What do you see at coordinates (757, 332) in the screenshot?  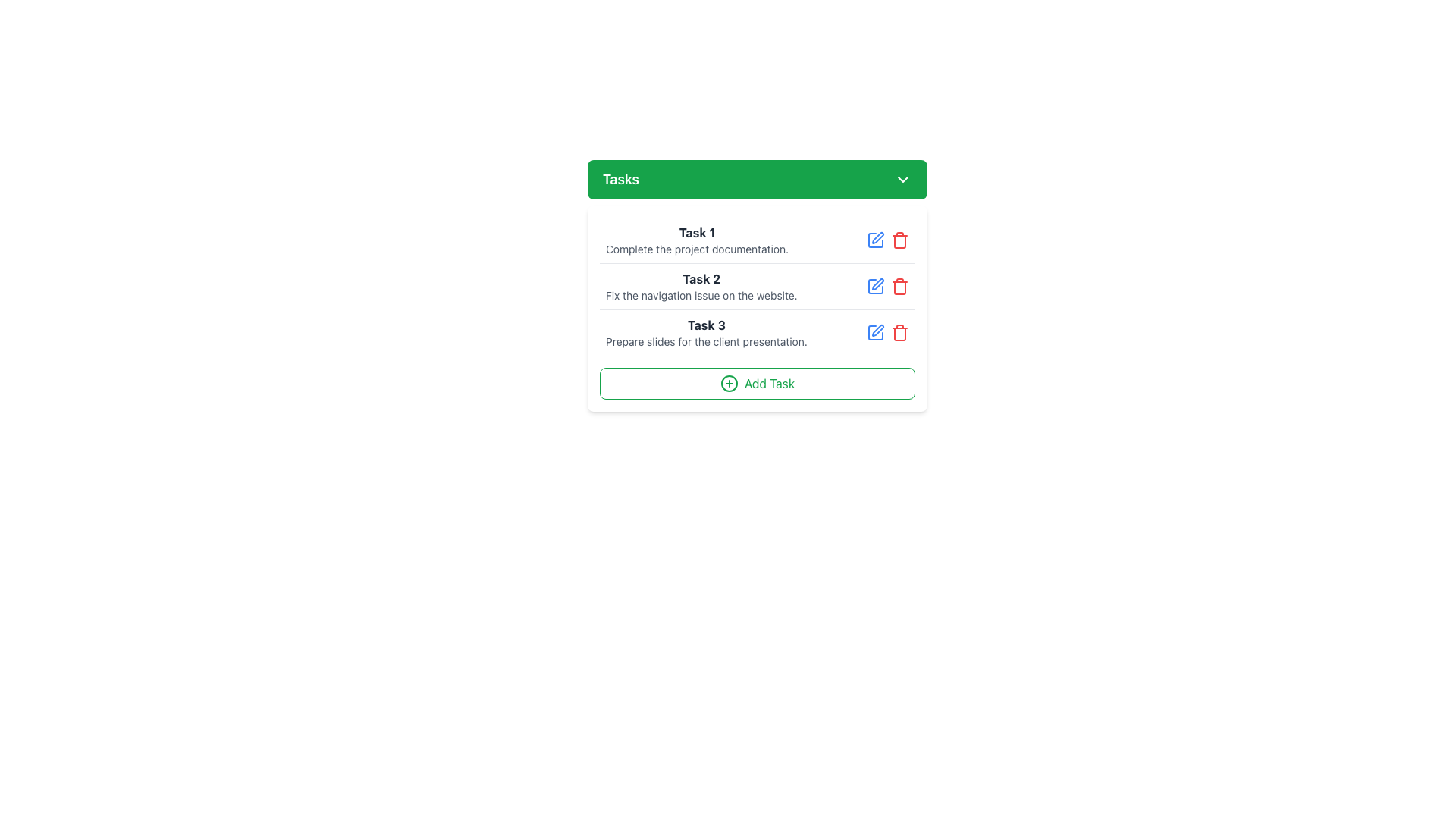 I see `the text of the task entry labeled 'Task 3' which includes the title and details in the to-do list` at bounding box center [757, 332].